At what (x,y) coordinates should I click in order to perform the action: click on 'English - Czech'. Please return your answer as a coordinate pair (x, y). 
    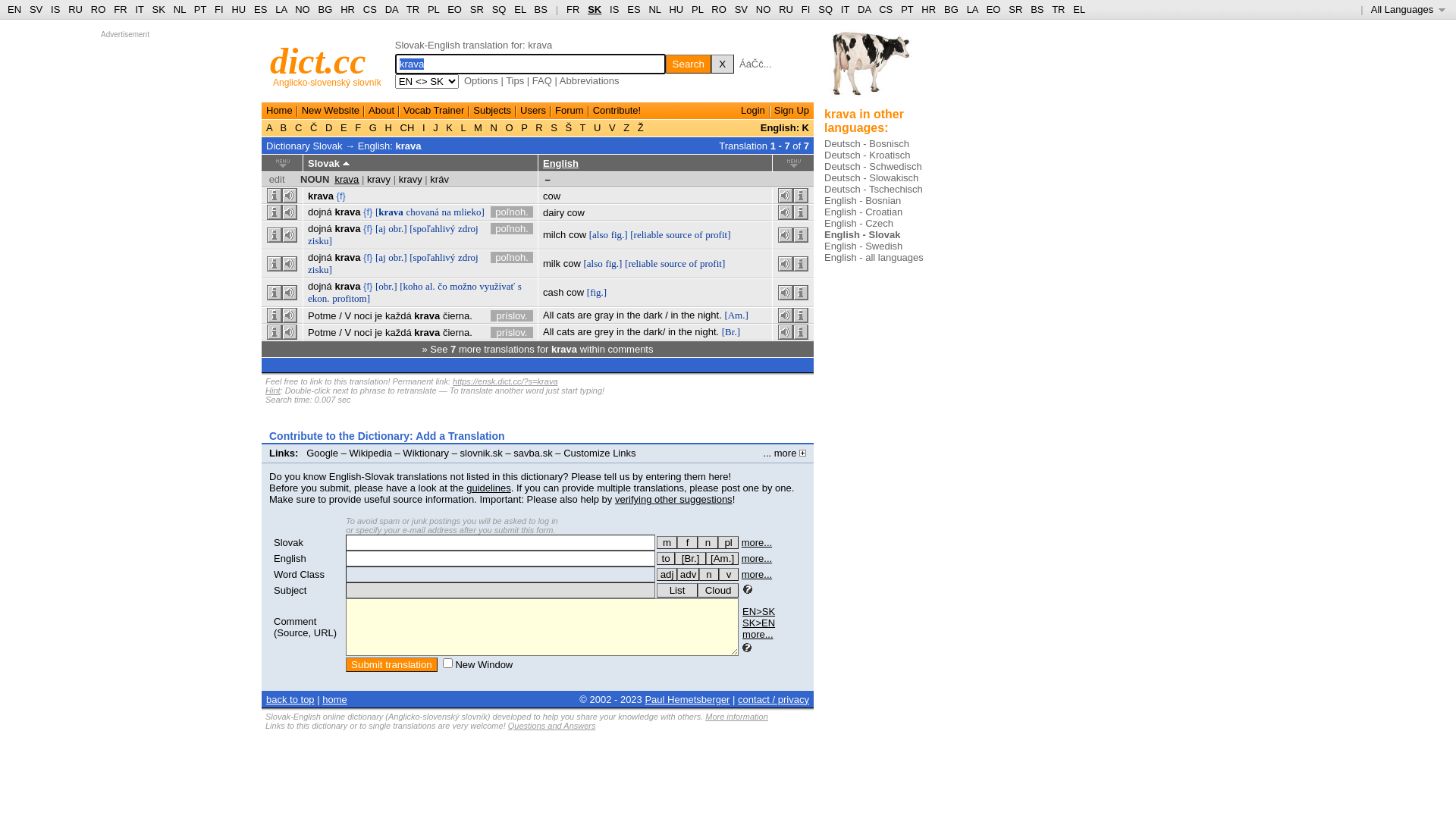
    Looking at the image, I should click on (858, 223).